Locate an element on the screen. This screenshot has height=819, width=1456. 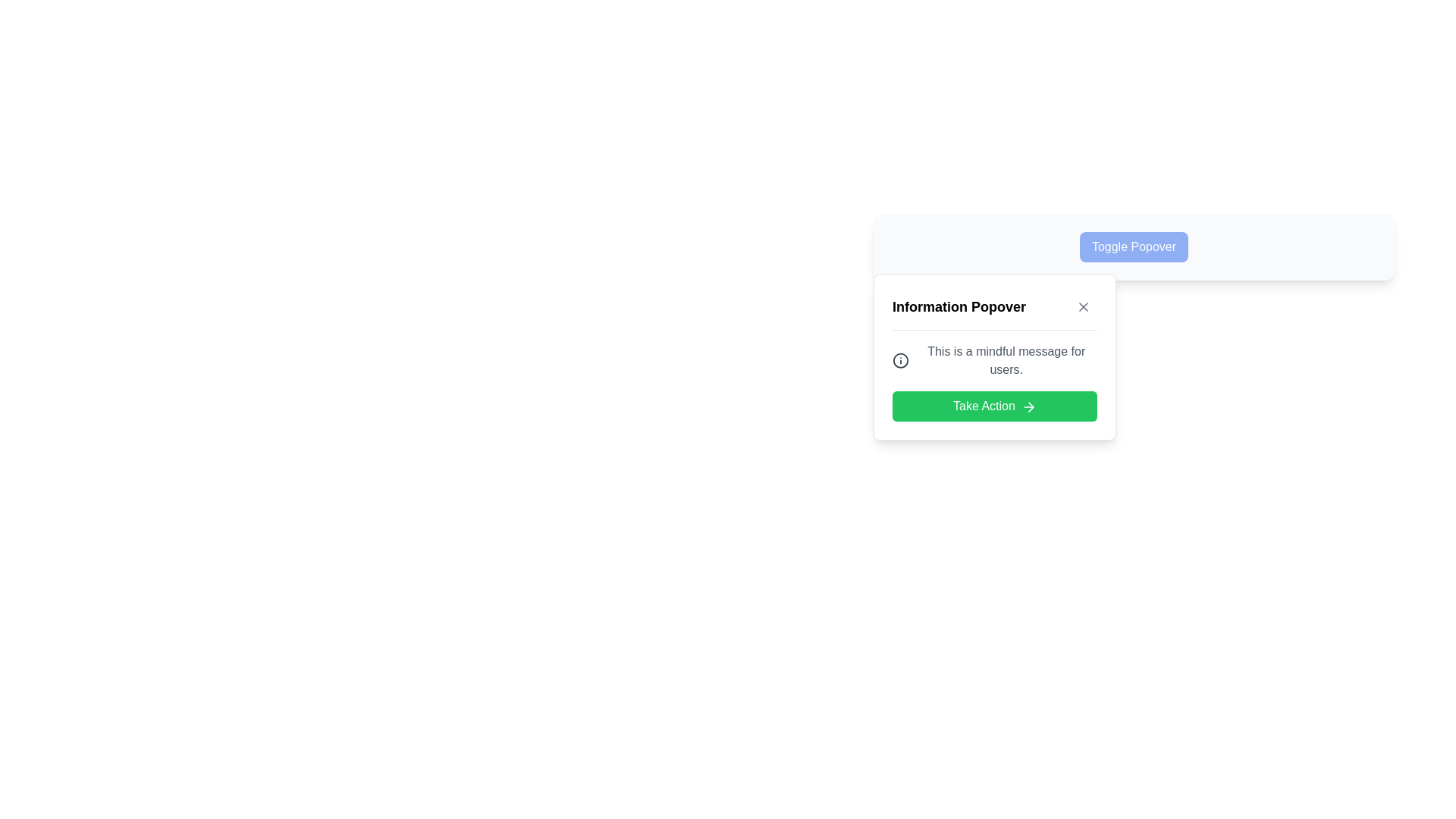
the static informational text with the message 'This is a mindful message for users.' and accompanying info icon located within the 'Information Popover' is located at coordinates (994, 360).